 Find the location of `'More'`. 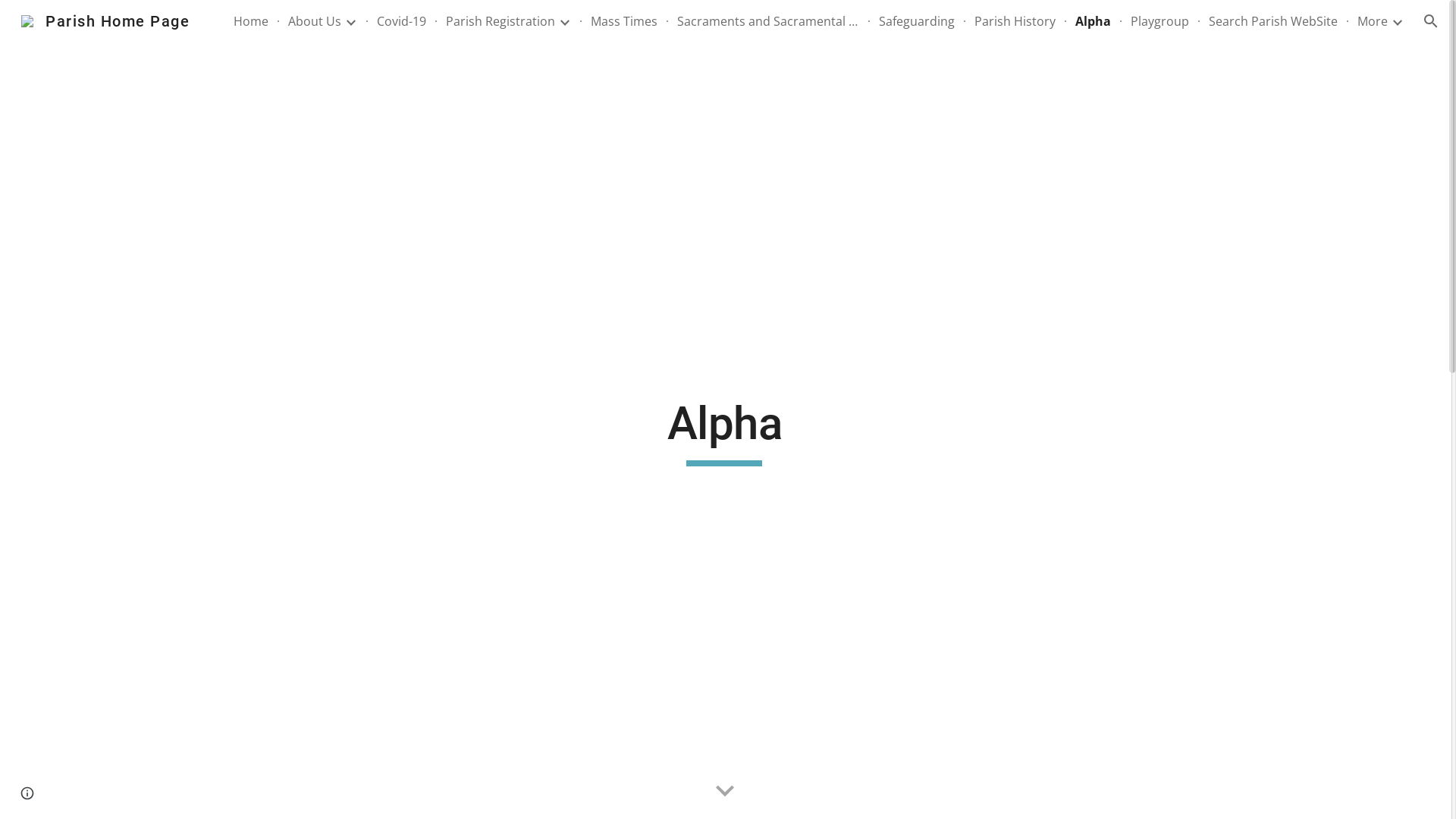

'More' is located at coordinates (1357, 20).